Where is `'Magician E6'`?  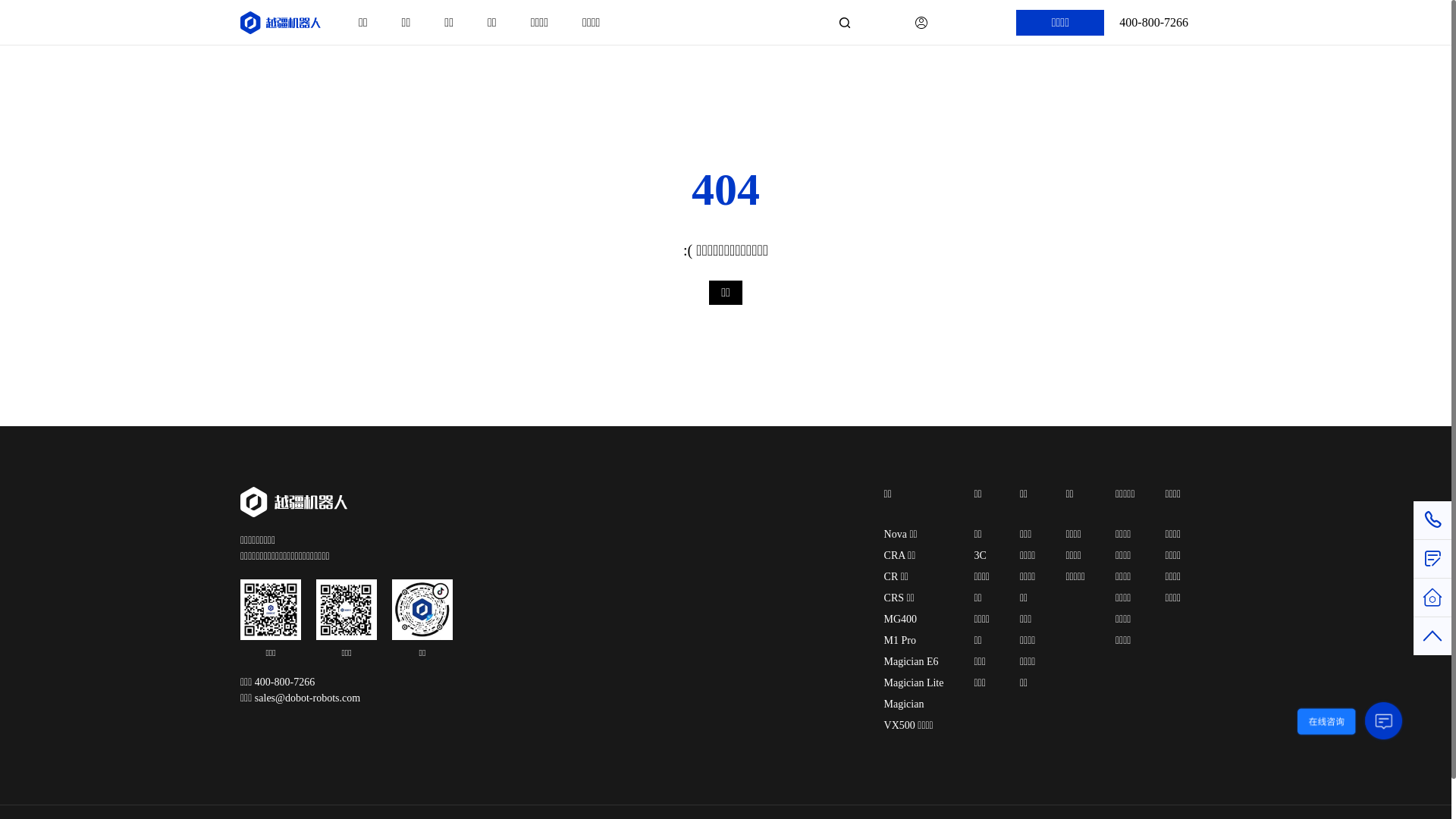
'Magician E6' is located at coordinates (910, 661).